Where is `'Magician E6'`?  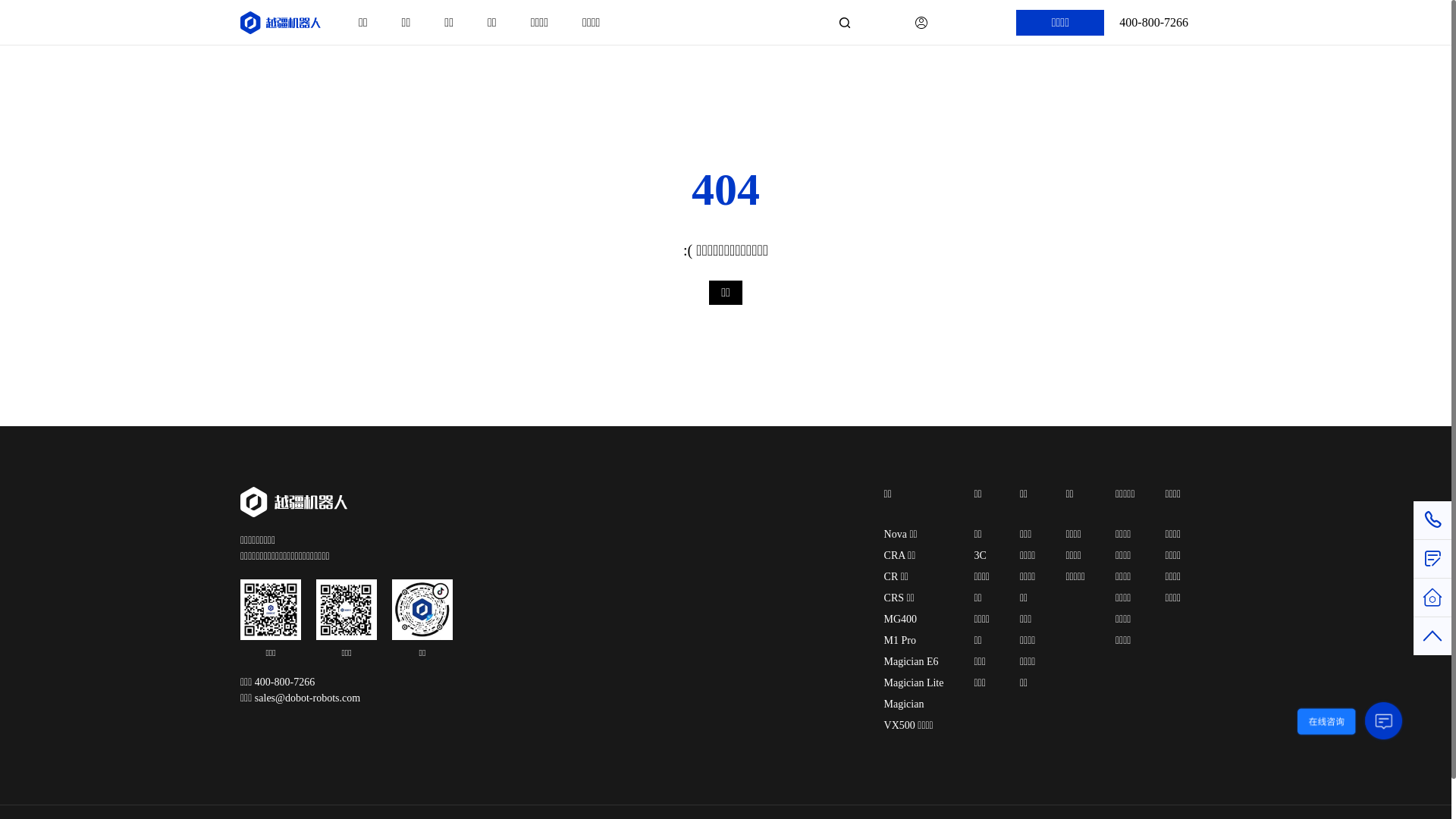
'Magician E6' is located at coordinates (910, 661).